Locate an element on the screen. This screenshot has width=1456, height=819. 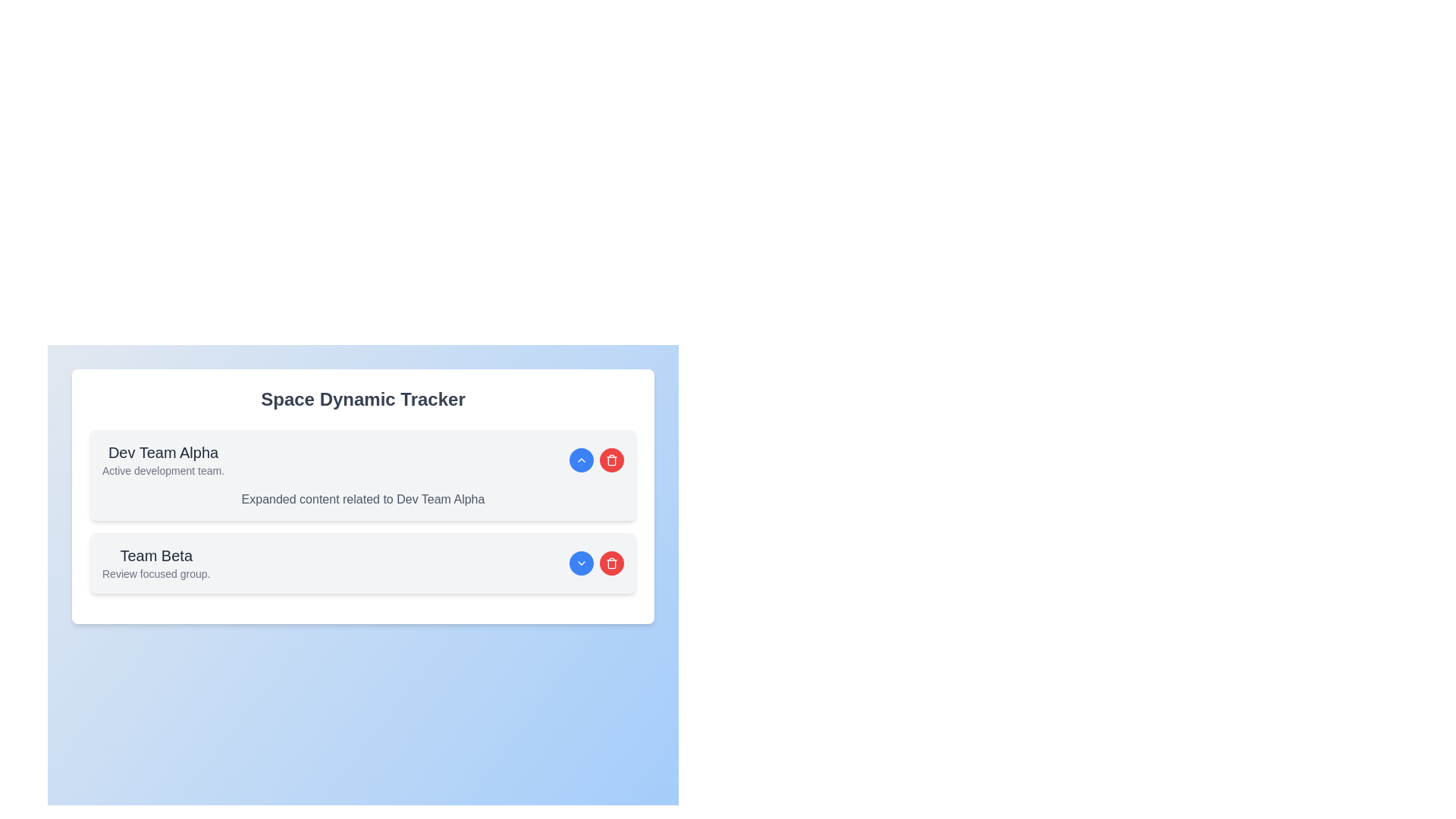
the circular blue button with a white downward-pointing chevron icon, located towards the right end of the 'Team Beta' section, just before the red trash icon button is located at coordinates (581, 563).